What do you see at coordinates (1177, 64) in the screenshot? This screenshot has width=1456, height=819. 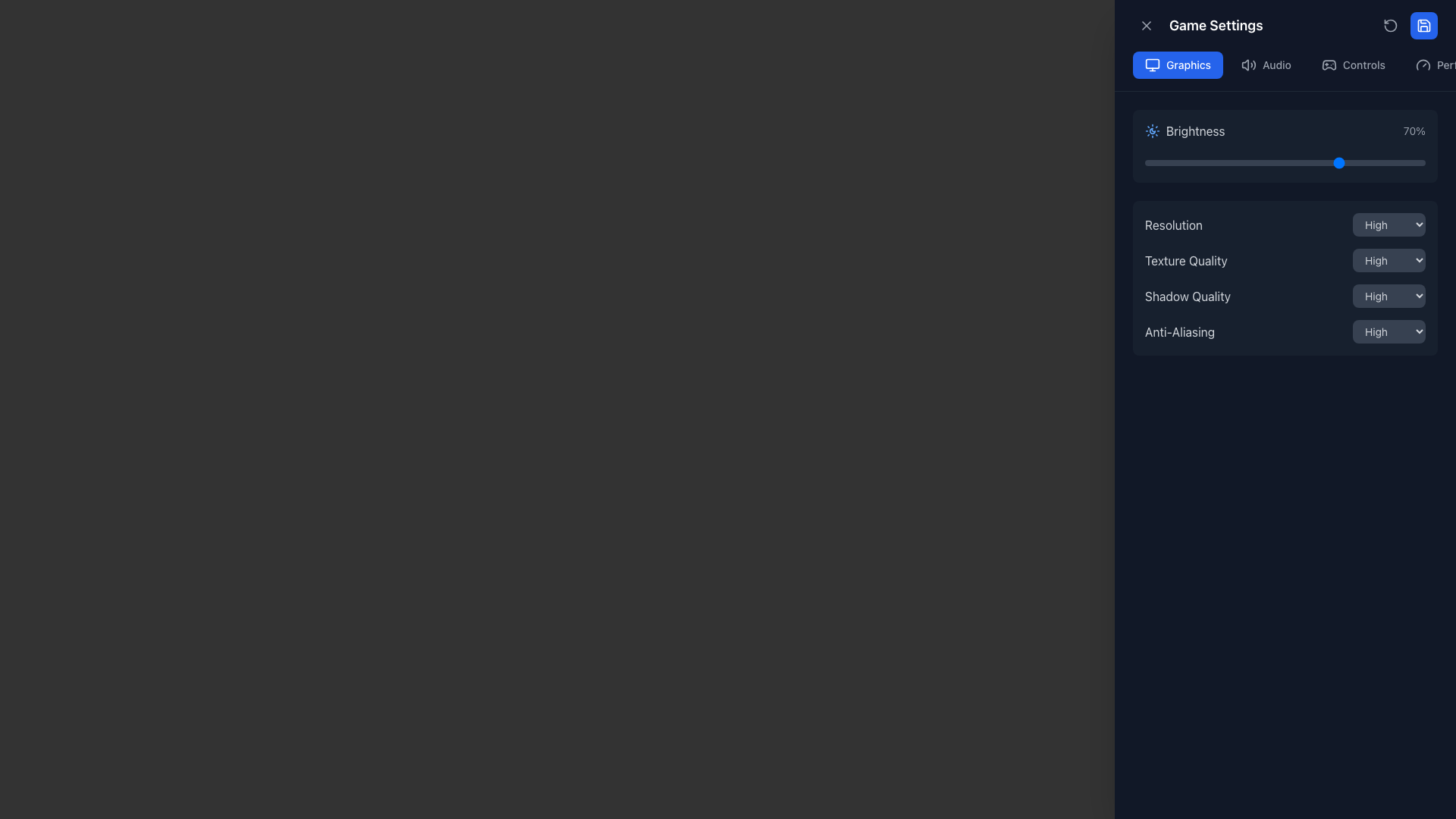 I see `the 'Graphics' button, which is a rectangular button with rounded corners, a blue background, and white text, located near the top of the interface as the first button in a row of navigation buttons` at bounding box center [1177, 64].